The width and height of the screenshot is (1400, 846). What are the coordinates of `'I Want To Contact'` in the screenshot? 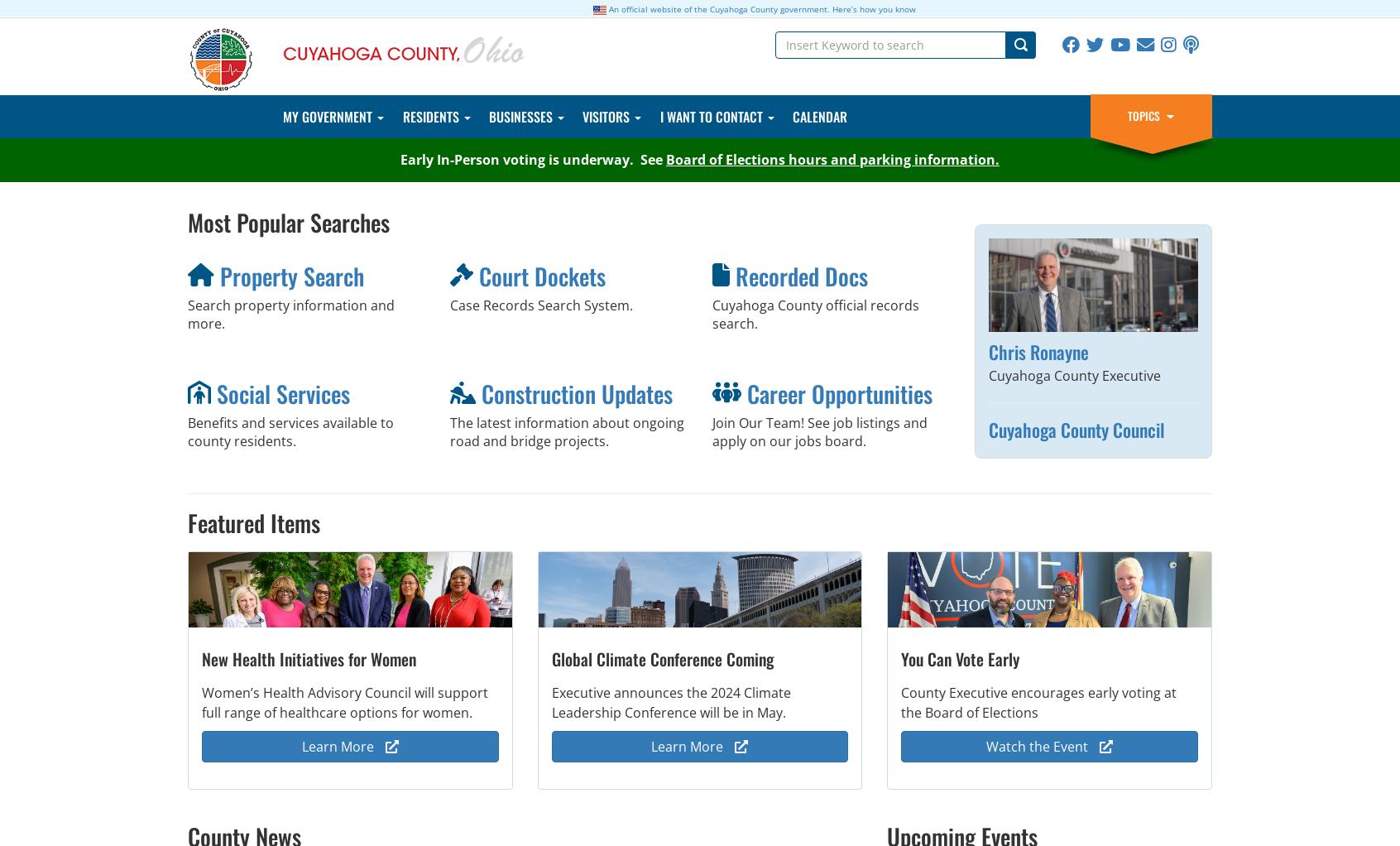 It's located at (712, 117).